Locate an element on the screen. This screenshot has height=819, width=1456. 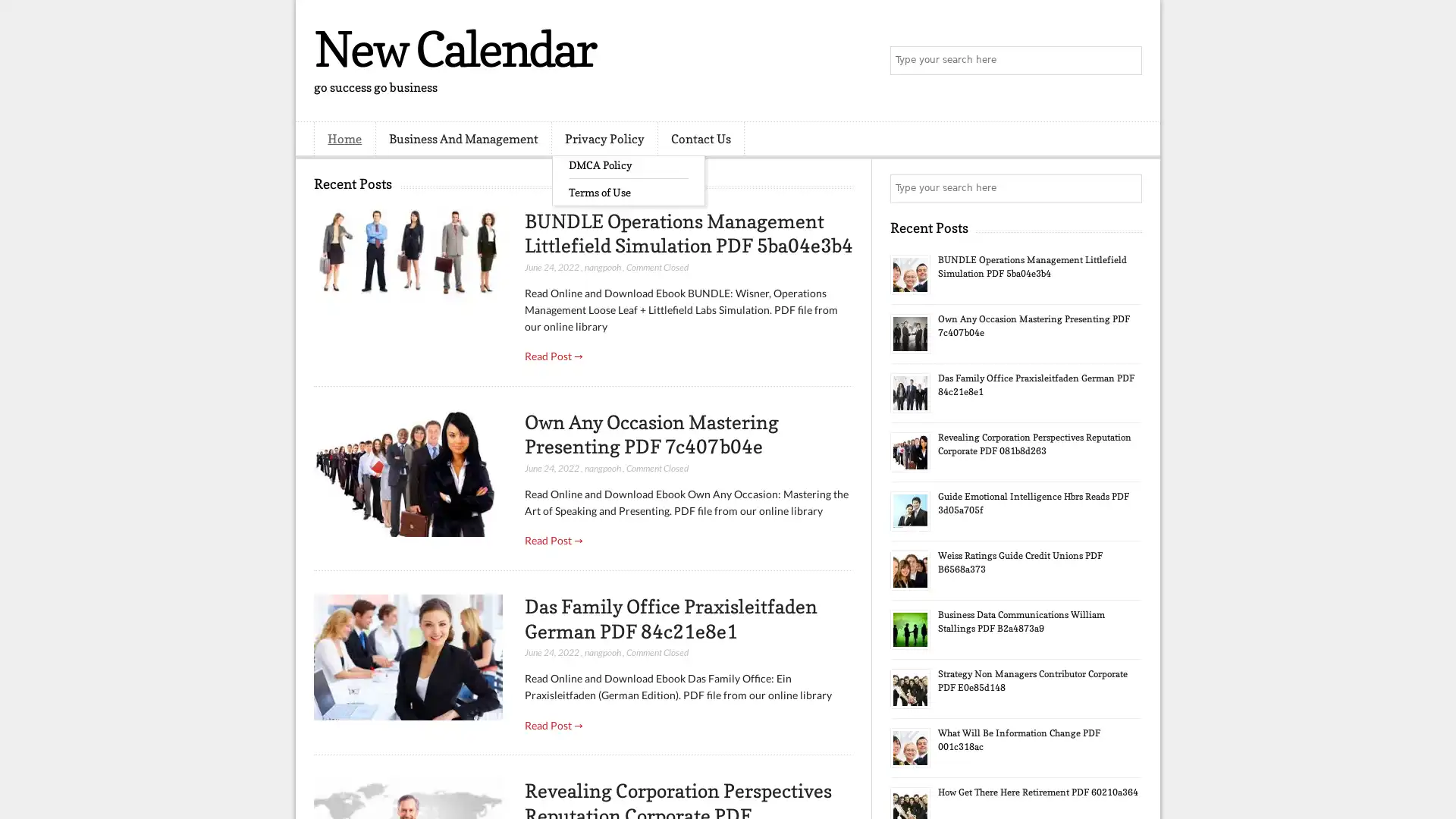
Search is located at coordinates (1126, 188).